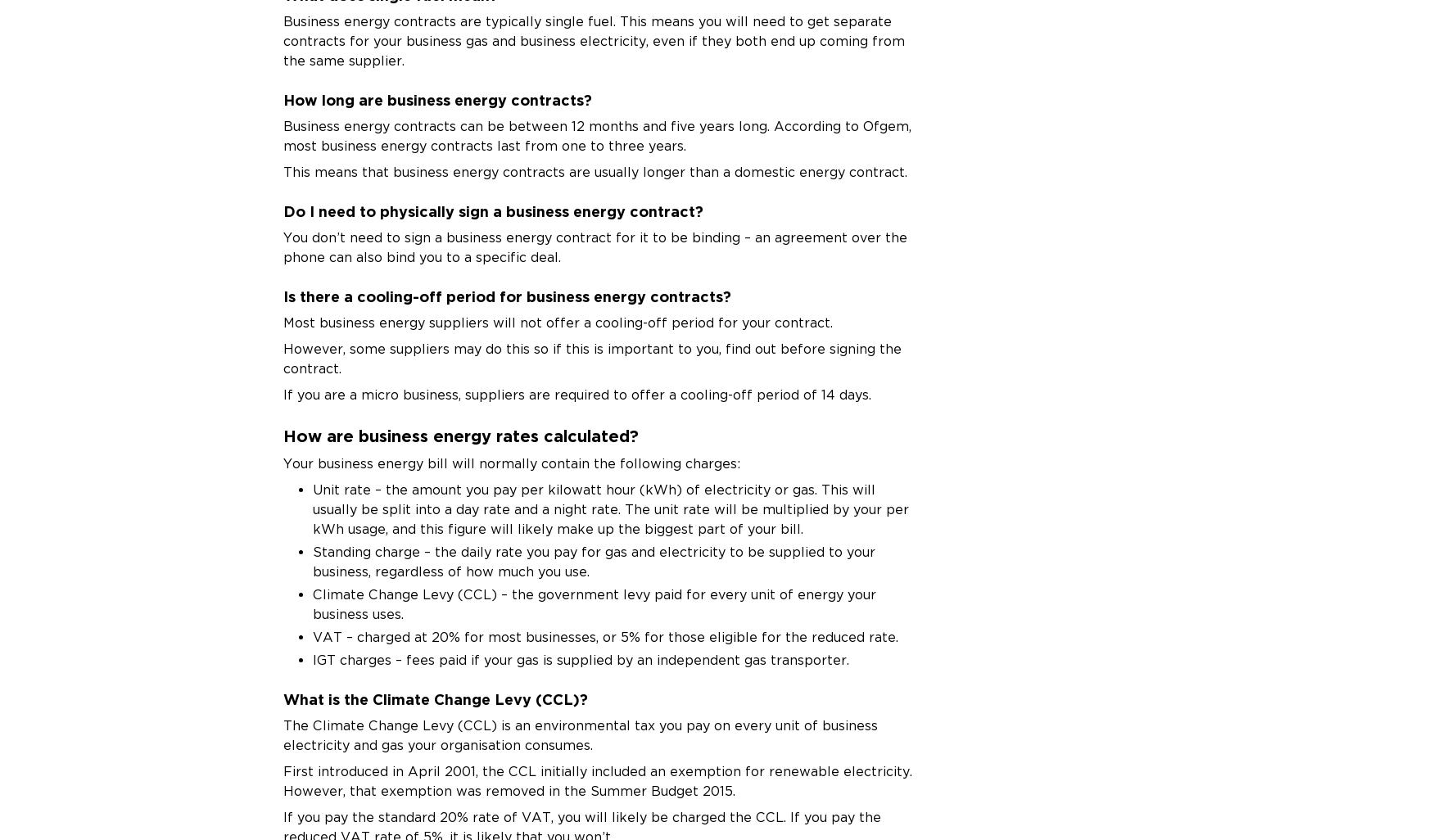  Describe the element at coordinates (435, 698) in the screenshot. I see `'What is the Climate Change Levy (CCL)?'` at that location.